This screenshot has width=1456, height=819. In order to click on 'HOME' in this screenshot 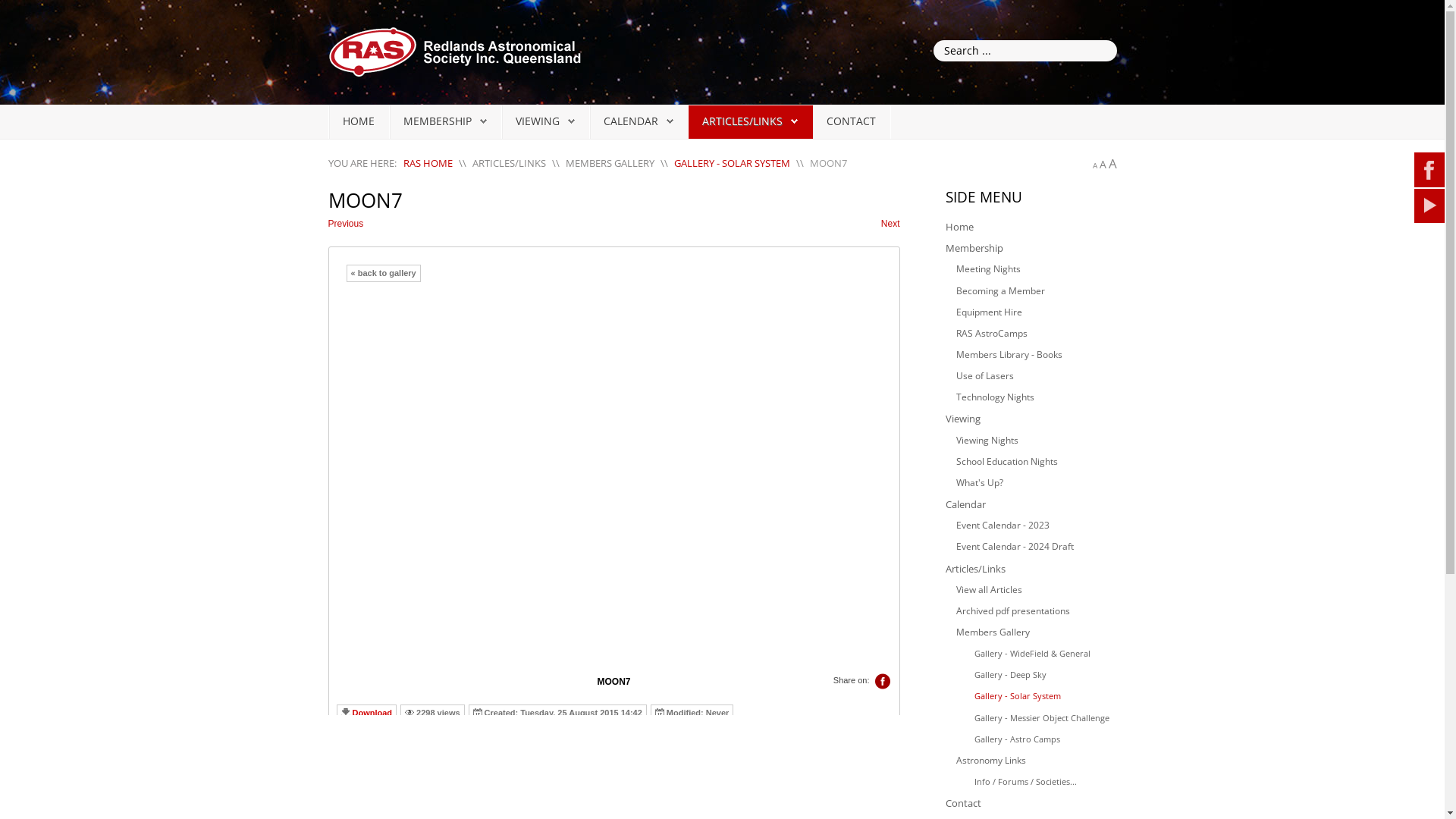, I will do `click(358, 120)`.